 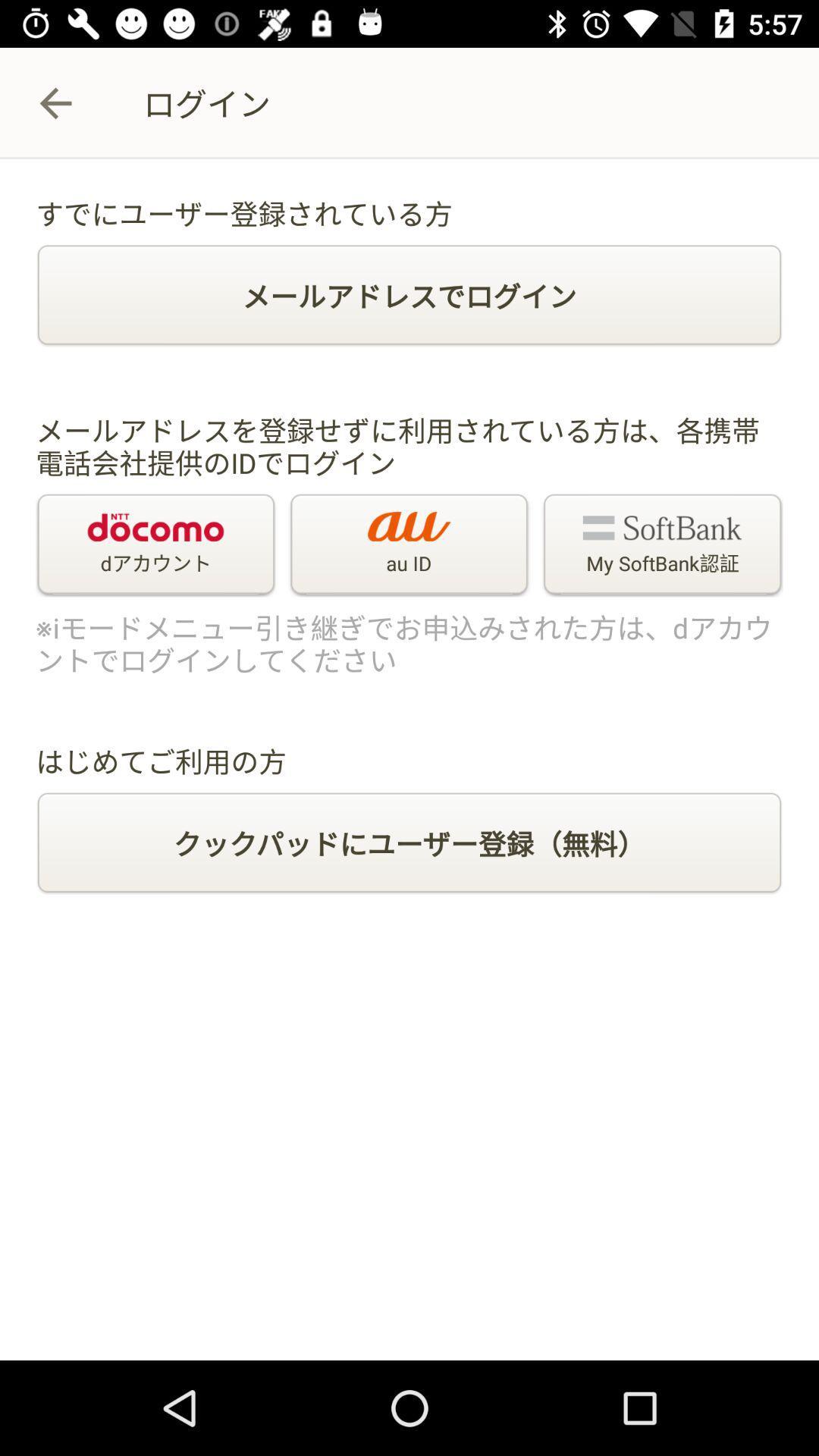 What do you see at coordinates (661, 545) in the screenshot?
I see `item next to the au id` at bounding box center [661, 545].